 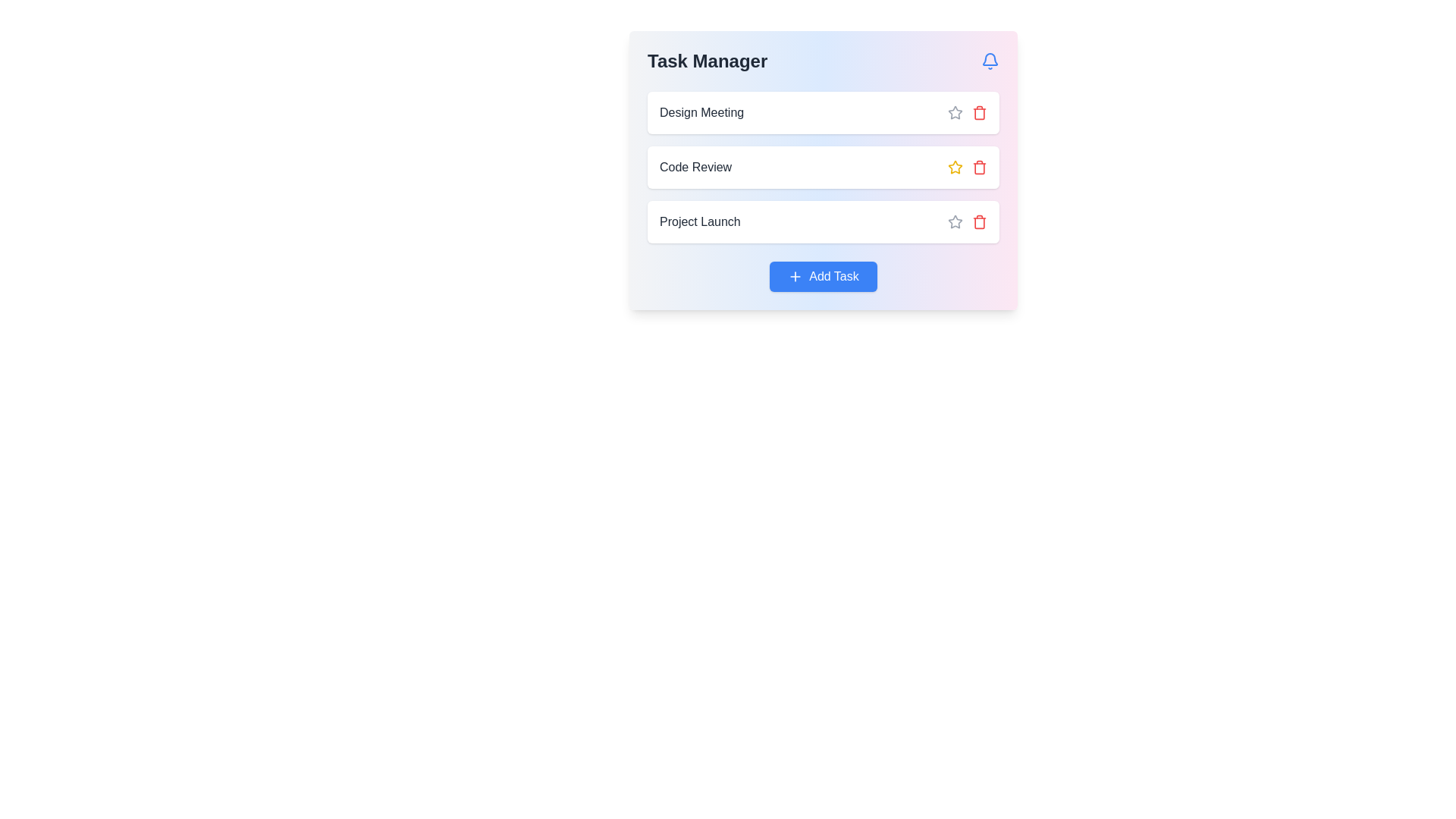 I want to click on the task item labeled 'Code Review' in the Task Manager, which is the second item in a vertical list of three tasks, so click(x=822, y=167).